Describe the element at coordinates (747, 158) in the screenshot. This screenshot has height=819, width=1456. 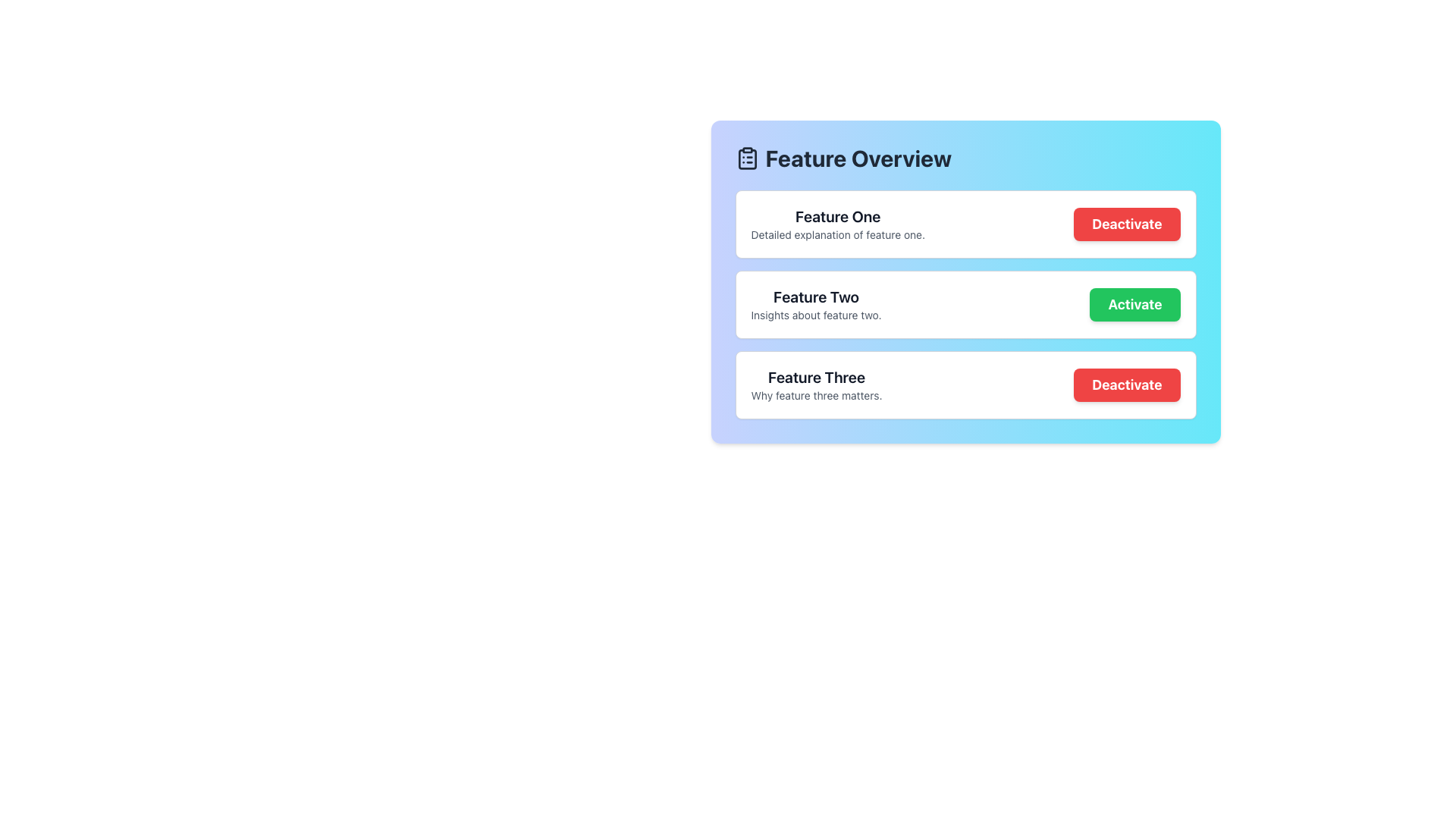
I see `the decorative icon representing the feature overview section located at the top-left corner of the 'Feature Overview' heading section for additional actions` at that location.